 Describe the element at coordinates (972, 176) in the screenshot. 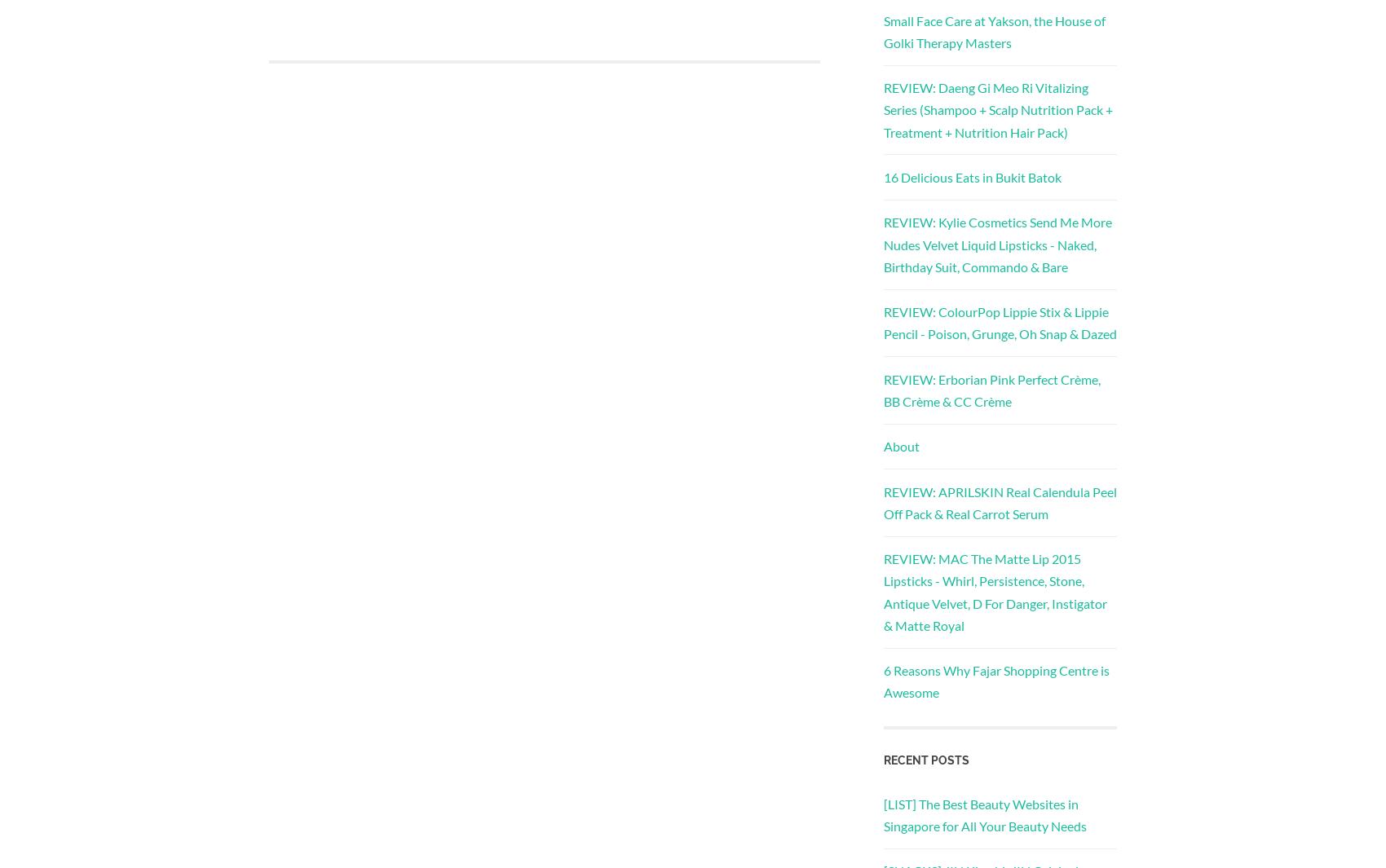

I see `'16 Delicious Eats in Bukit Batok'` at that location.